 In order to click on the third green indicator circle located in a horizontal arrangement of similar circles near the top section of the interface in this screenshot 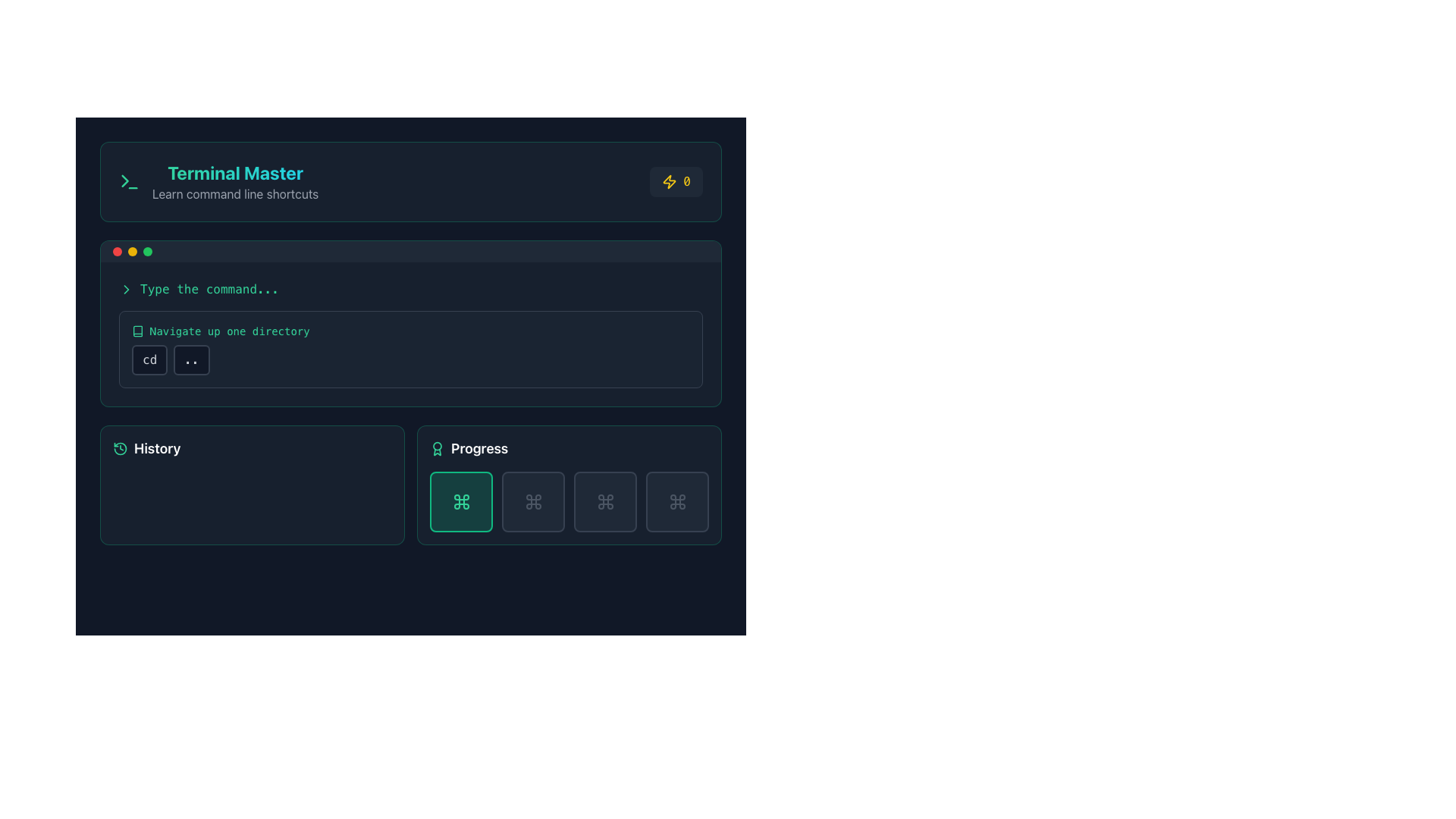, I will do `click(148, 250)`.